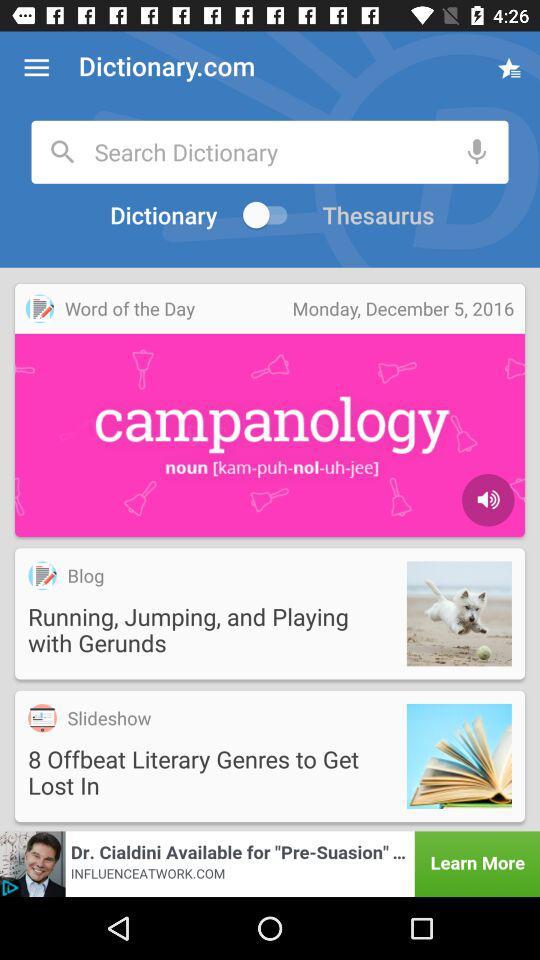 This screenshot has width=540, height=960. I want to click on the video which is under the text dictionary, so click(270, 409).